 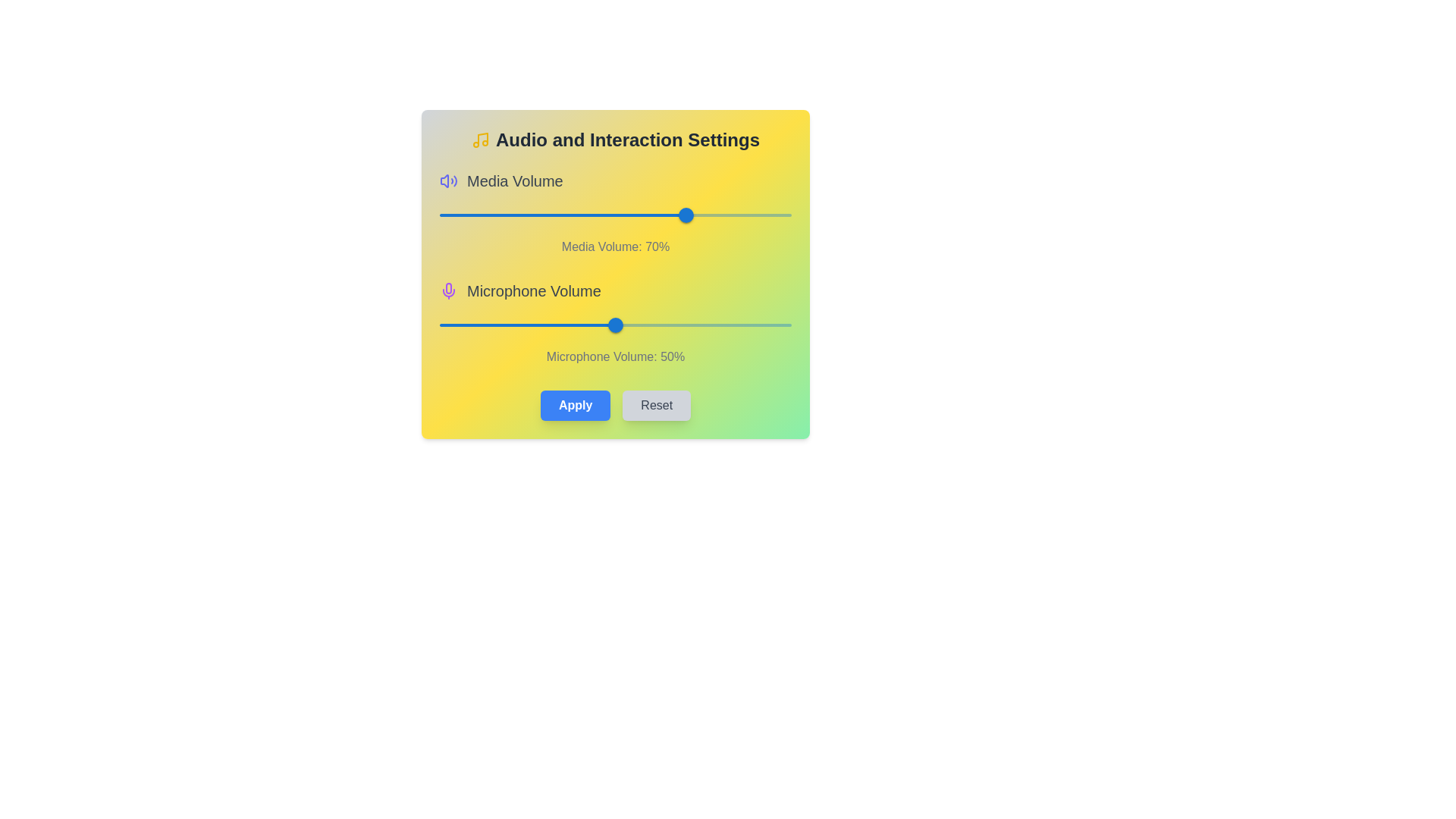 What do you see at coordinates (562, 215) in the screenshot?
I see `the red filled portion of the Progress bar that indicates the current volume level set at 70% of the 'Media Volume' slider` at bounding box center [562, 215].